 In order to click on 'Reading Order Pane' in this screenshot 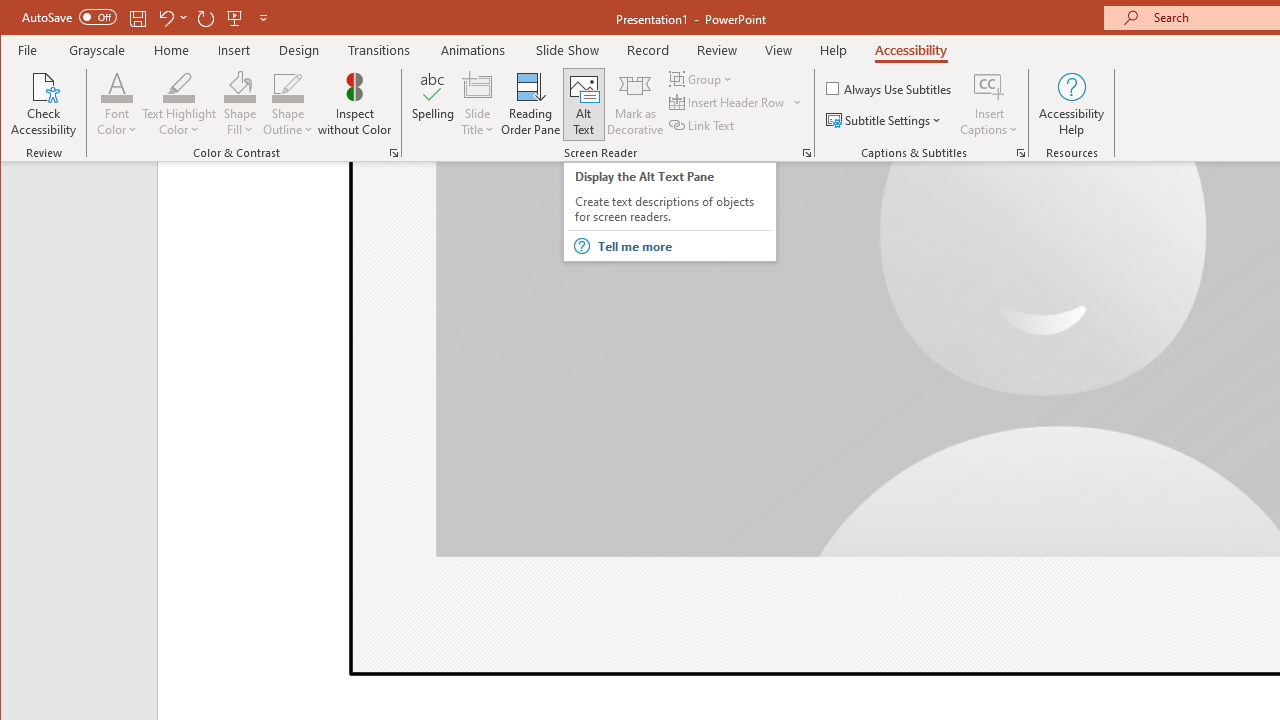, I will do `click(531, 104)`.